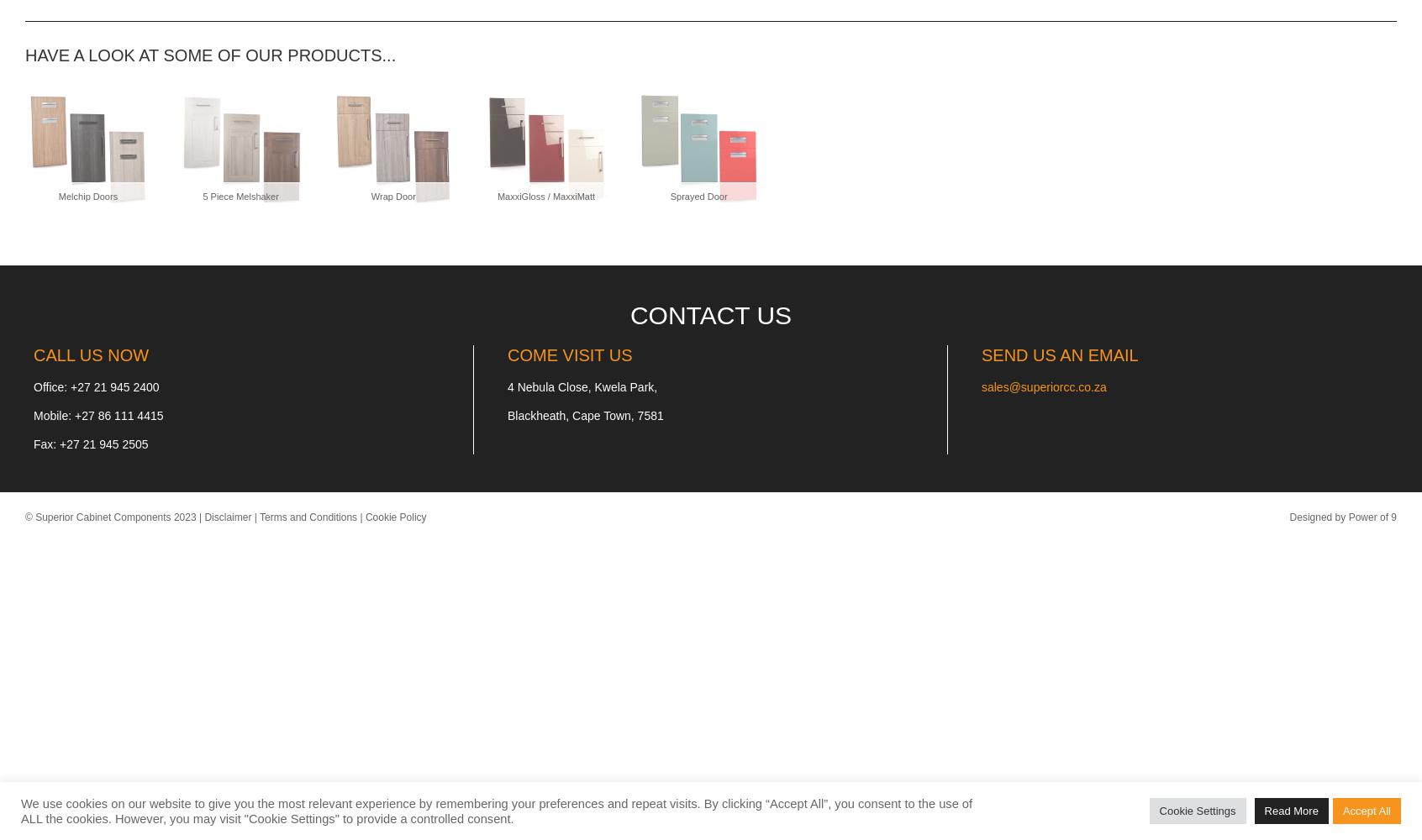  What do you see at coordinates (308, 517) in the screenshot?
I see `'Terms and Conditions'` at bounding box center [308, 517].